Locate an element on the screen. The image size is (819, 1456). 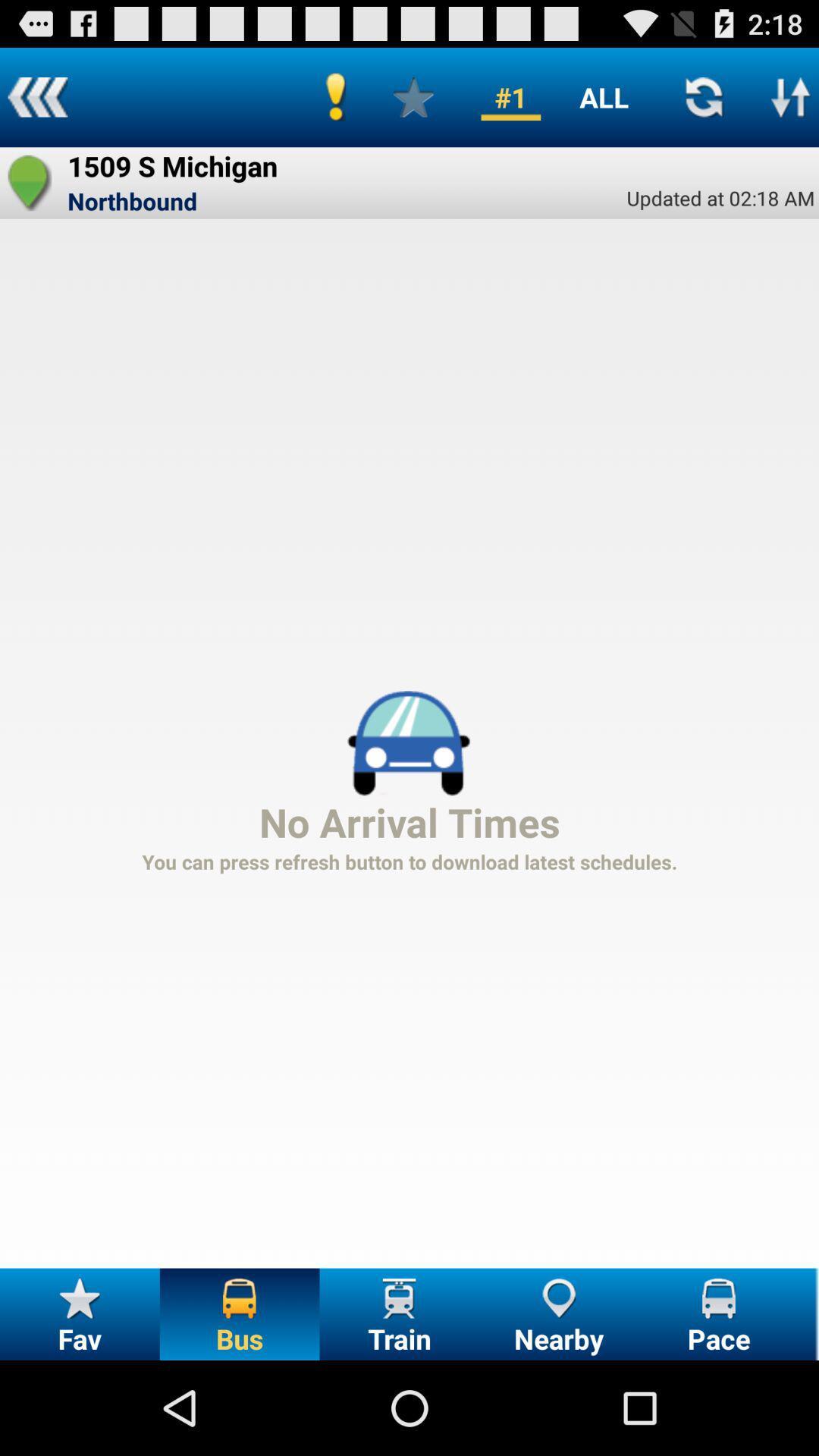
button next to the   #1 is located at coordinates (413, 96).